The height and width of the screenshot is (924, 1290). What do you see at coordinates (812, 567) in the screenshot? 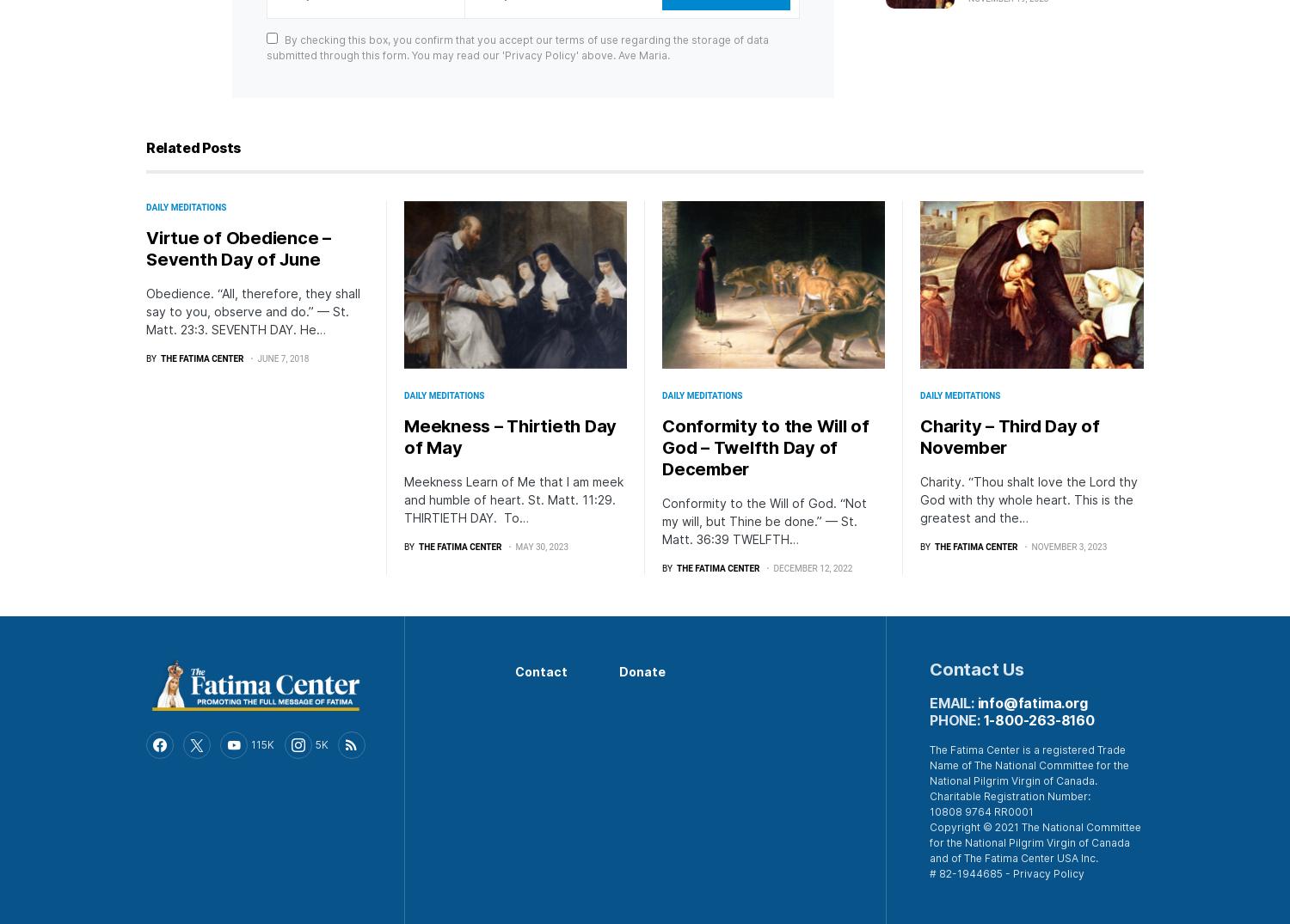
I see `'December 12, 2022'` at bounding box center [812, 567].